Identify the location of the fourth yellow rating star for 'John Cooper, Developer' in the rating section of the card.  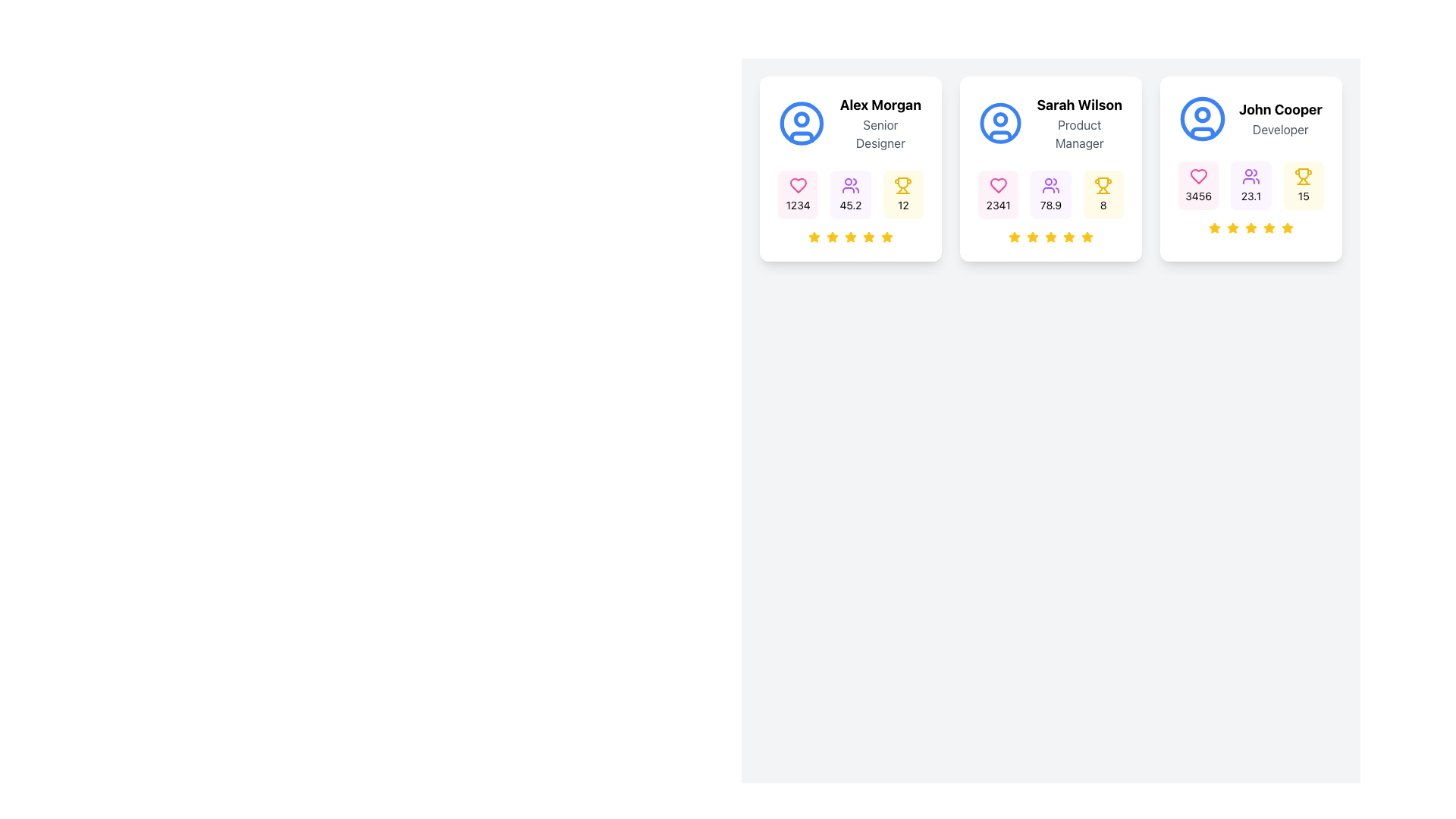
(1233, 227).